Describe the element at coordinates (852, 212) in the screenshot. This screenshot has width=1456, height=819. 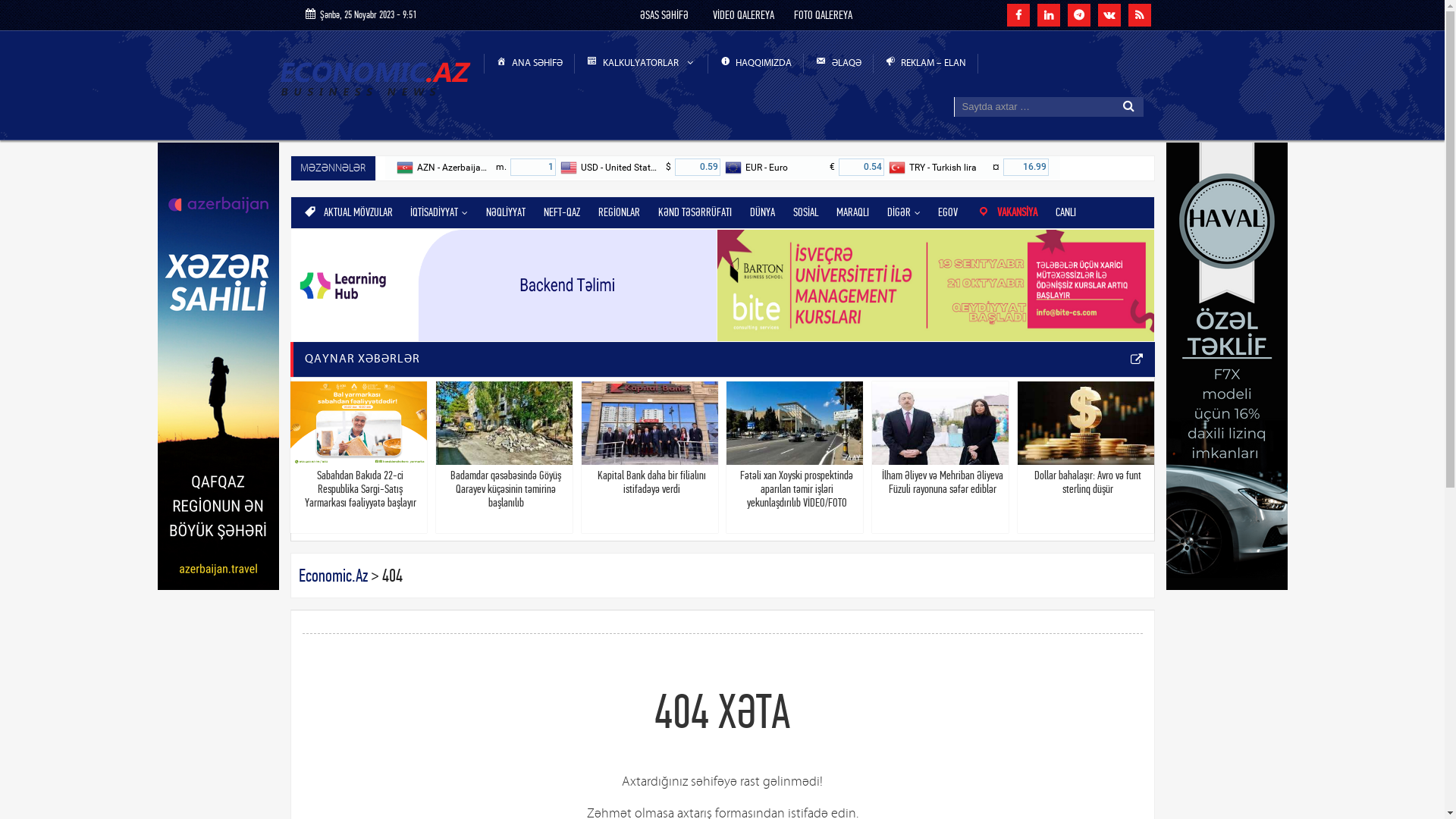
I see `'MARAQLI'` at that location.